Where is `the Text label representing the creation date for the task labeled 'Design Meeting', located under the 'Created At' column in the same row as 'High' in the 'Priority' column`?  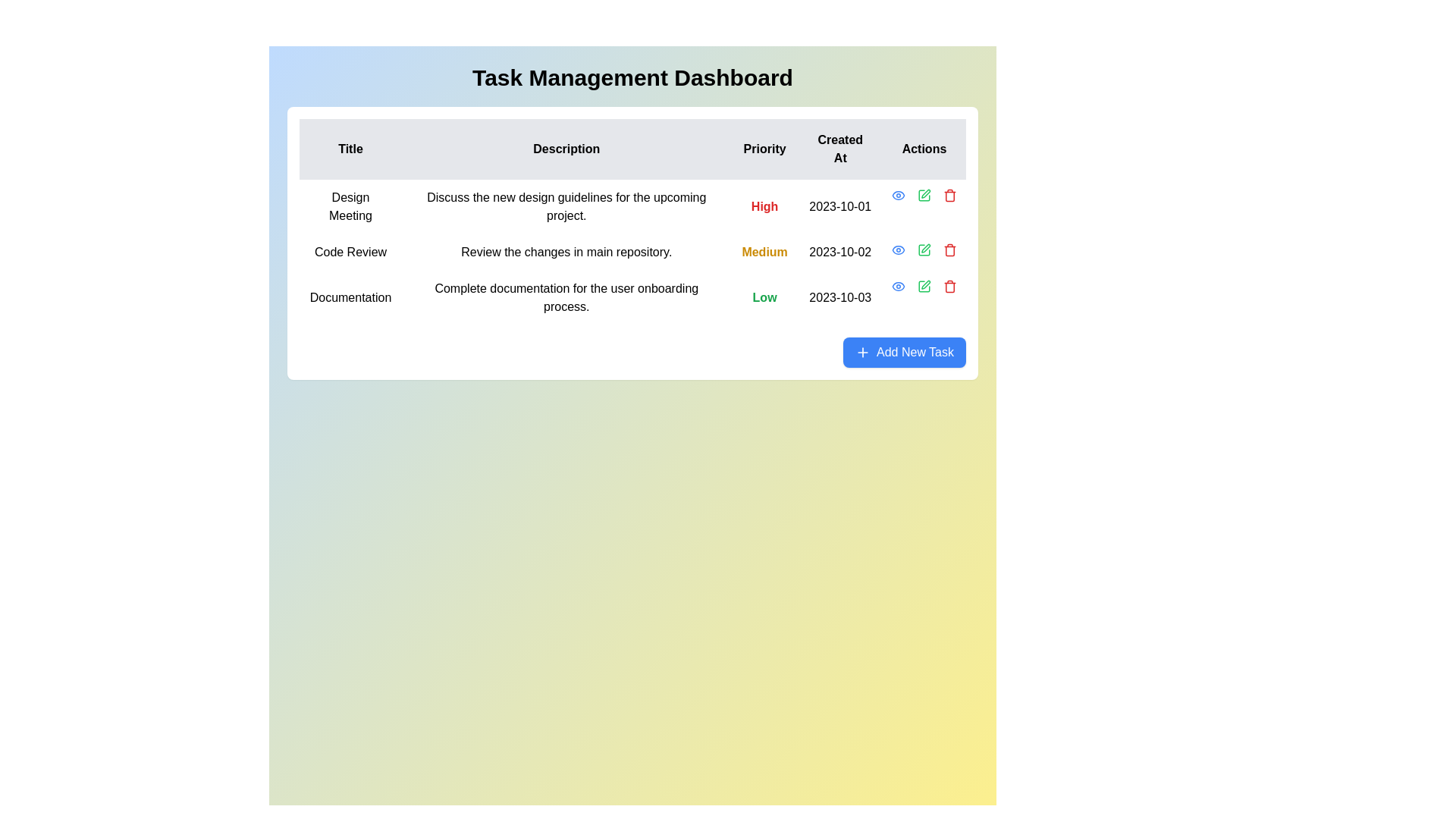 the Text label representing the creation date for the task labeled 'Design Meeting', located under the 'Created At' column in the same row as 'High' in the 'Priority' column is located at coordinates (839, 207).